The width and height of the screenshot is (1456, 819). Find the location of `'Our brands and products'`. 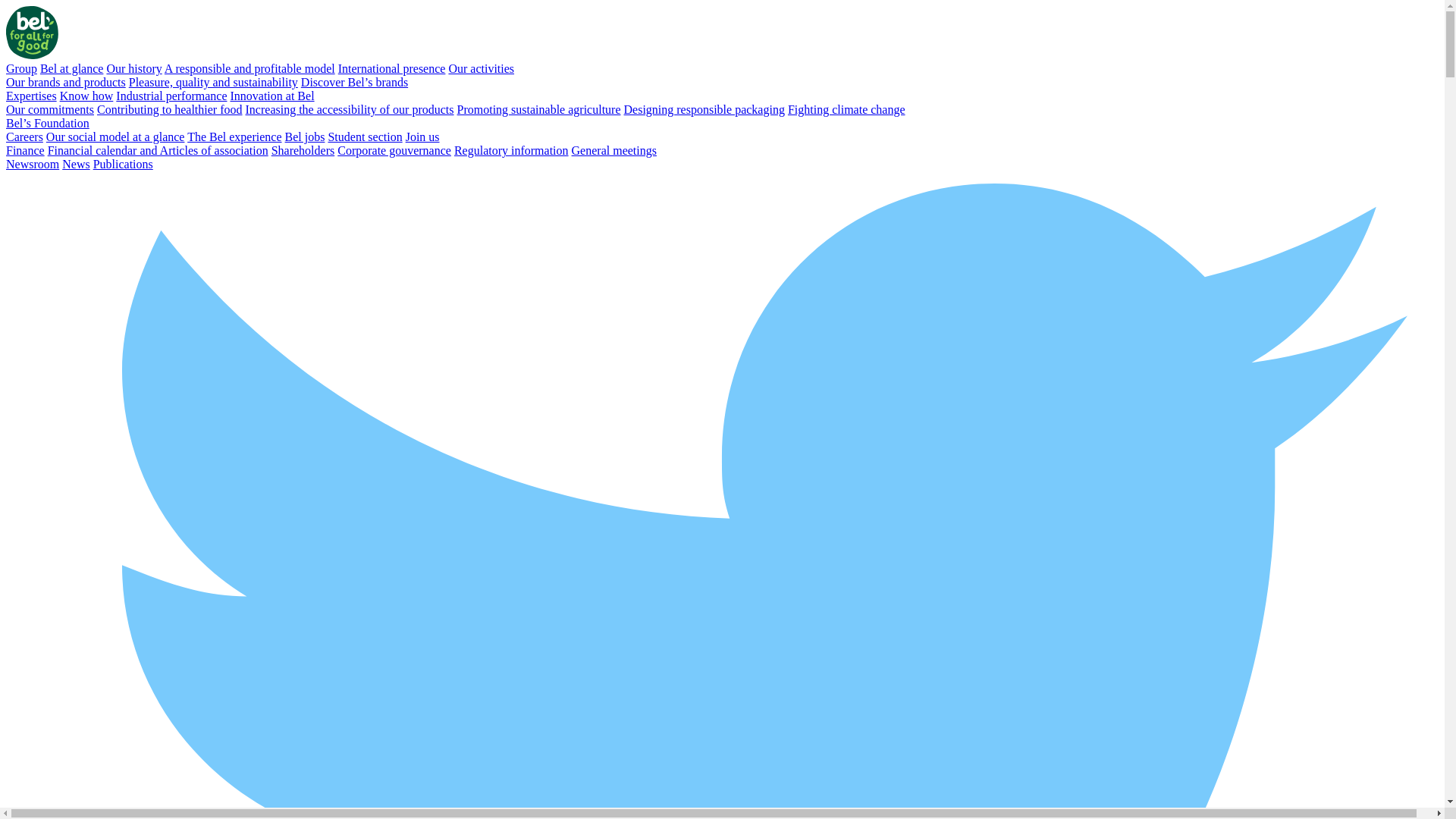

'Our brands and products' is located at coordinates (64, 82).